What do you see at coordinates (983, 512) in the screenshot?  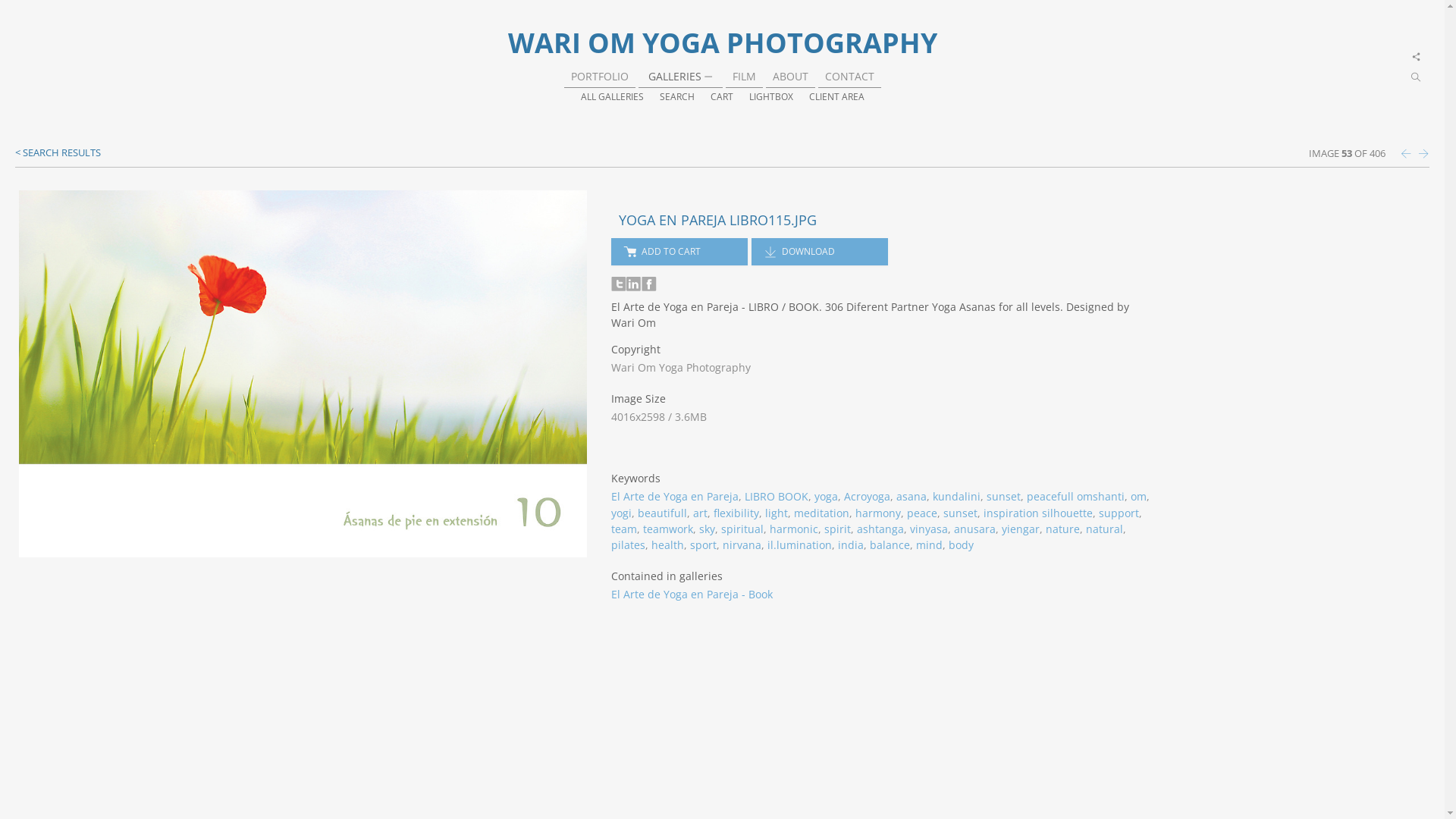 I see `'inspiration silhouette'` at bounding box center [983, 512].